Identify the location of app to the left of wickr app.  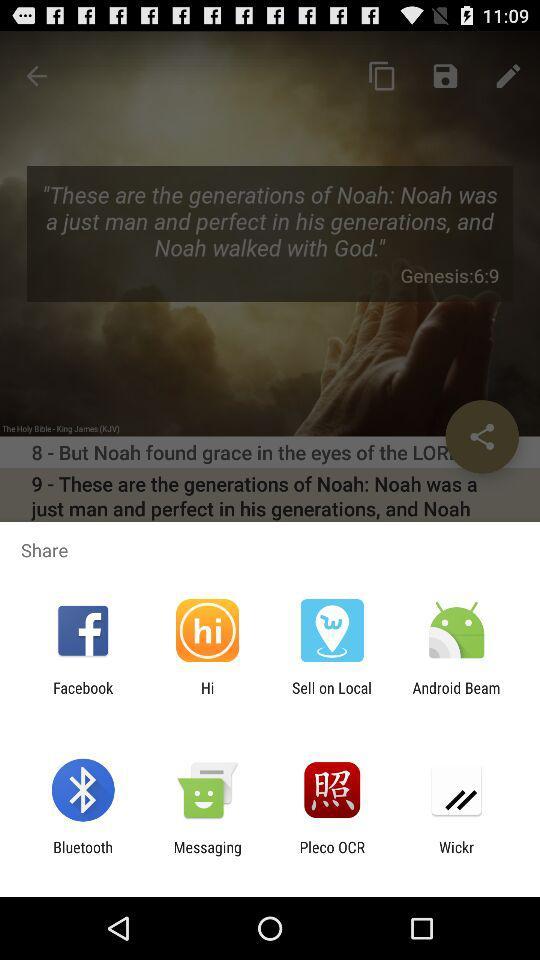
(332, 855).